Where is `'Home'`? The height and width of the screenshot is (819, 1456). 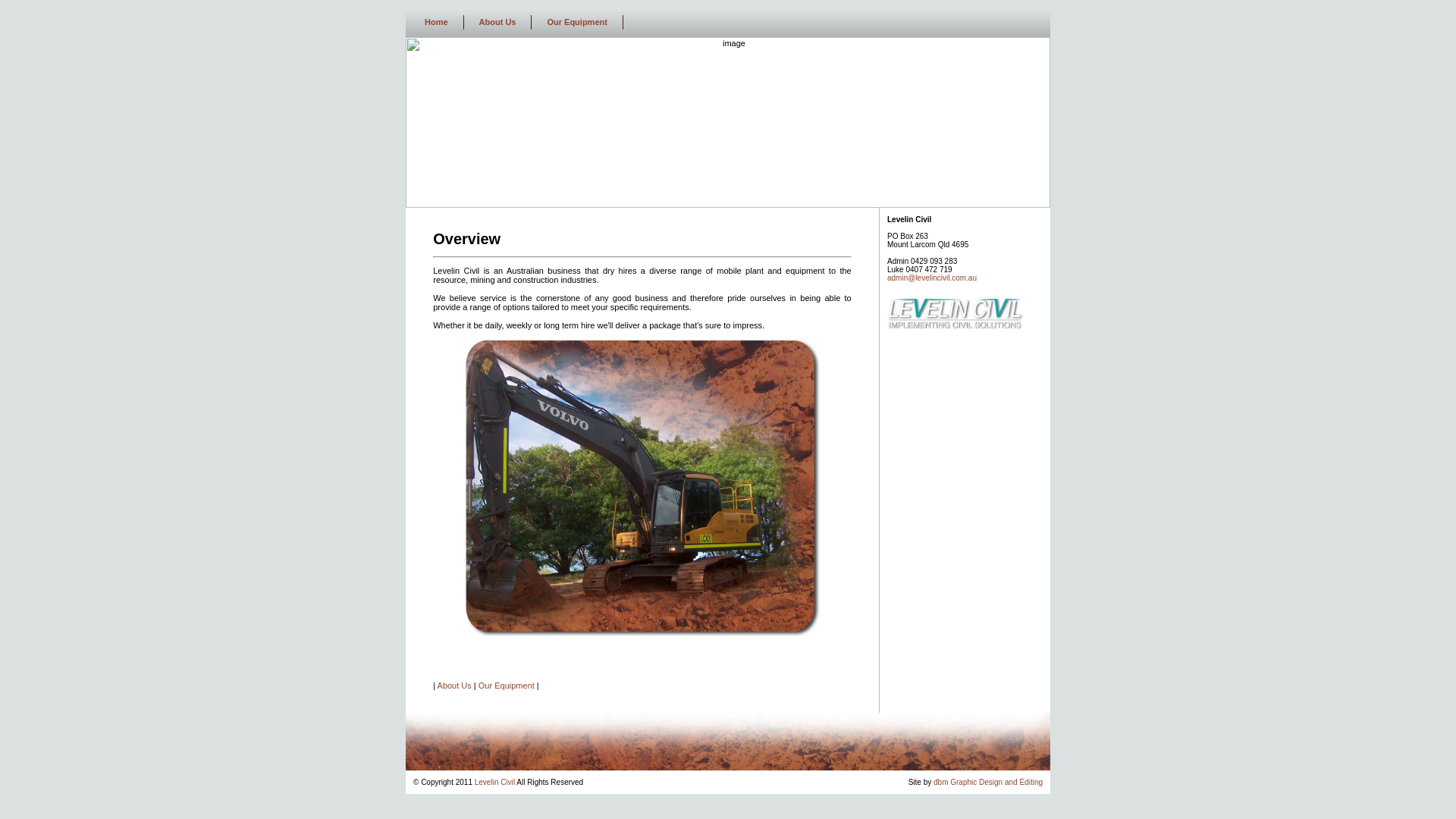
'Home' is located at coordinates (436, 22).